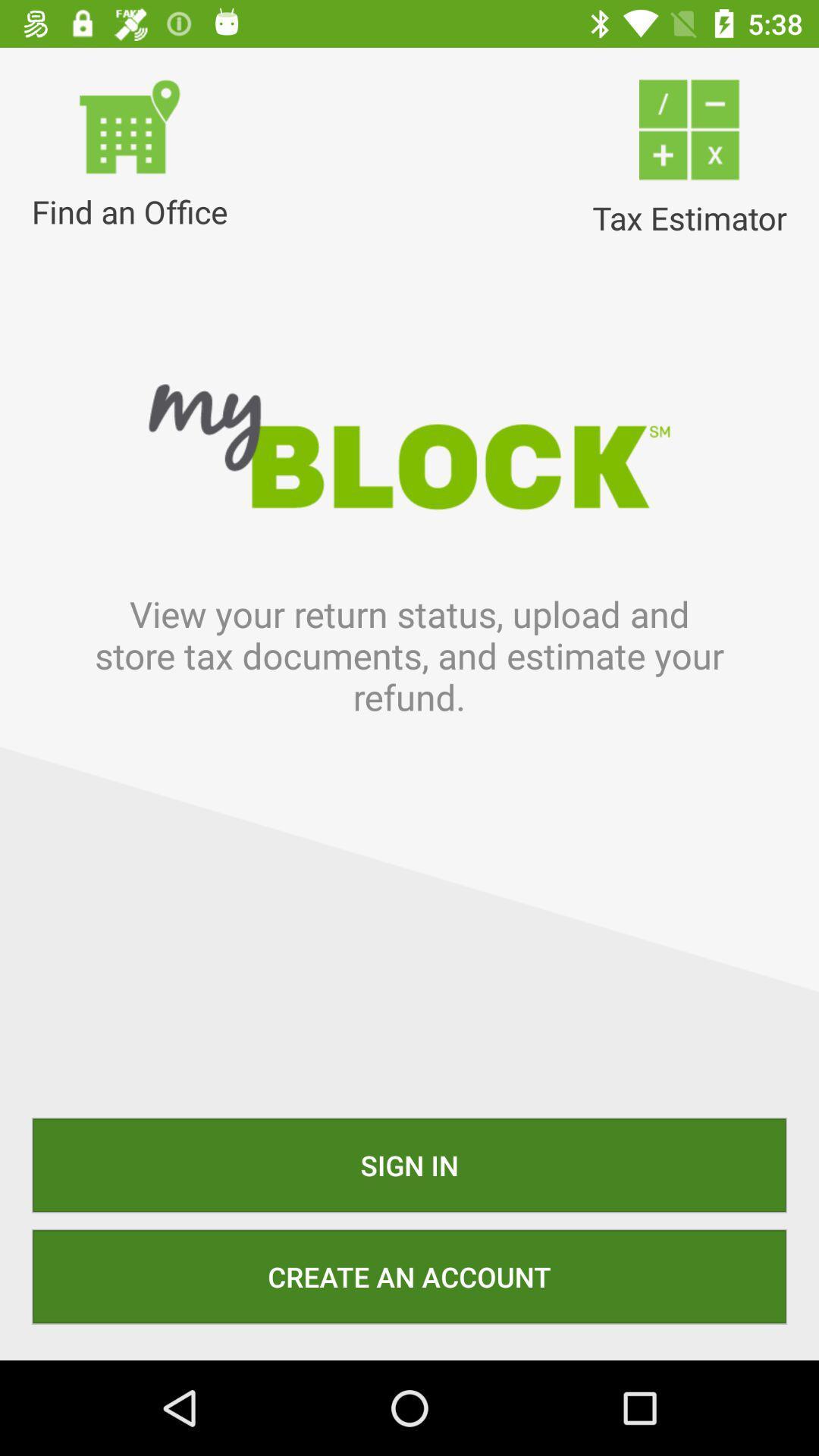 Image resolution: width=819 pixels, height=1456 pixels. Describe the element at coordinates (409, 1276) in the screenshot. I see `item below the sign in` at that location.